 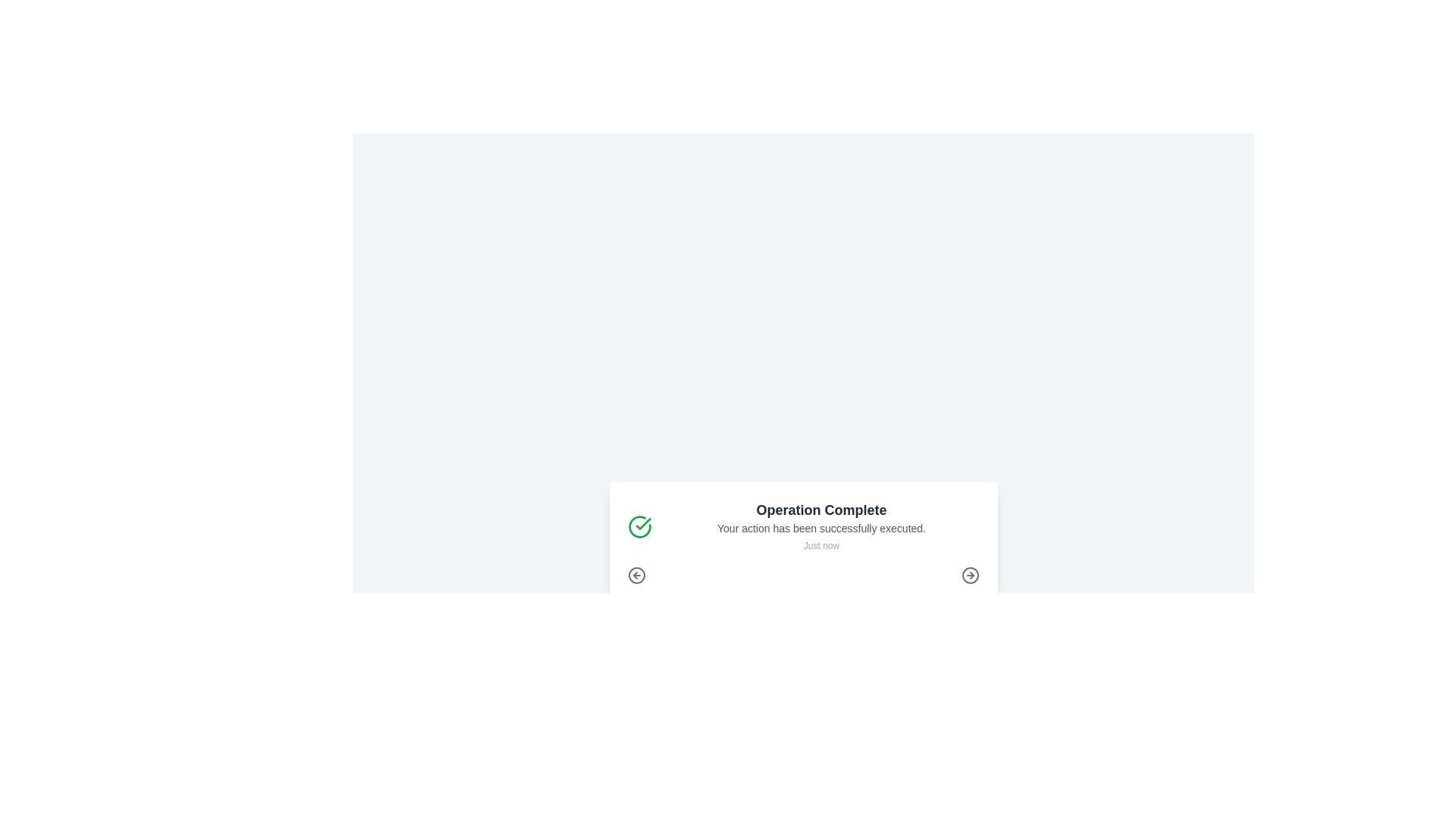 I want to click on the Notification Text Block located at the top center of the notification card, which provides feedback about the successful completion of an action, so click(x=821, y=526).